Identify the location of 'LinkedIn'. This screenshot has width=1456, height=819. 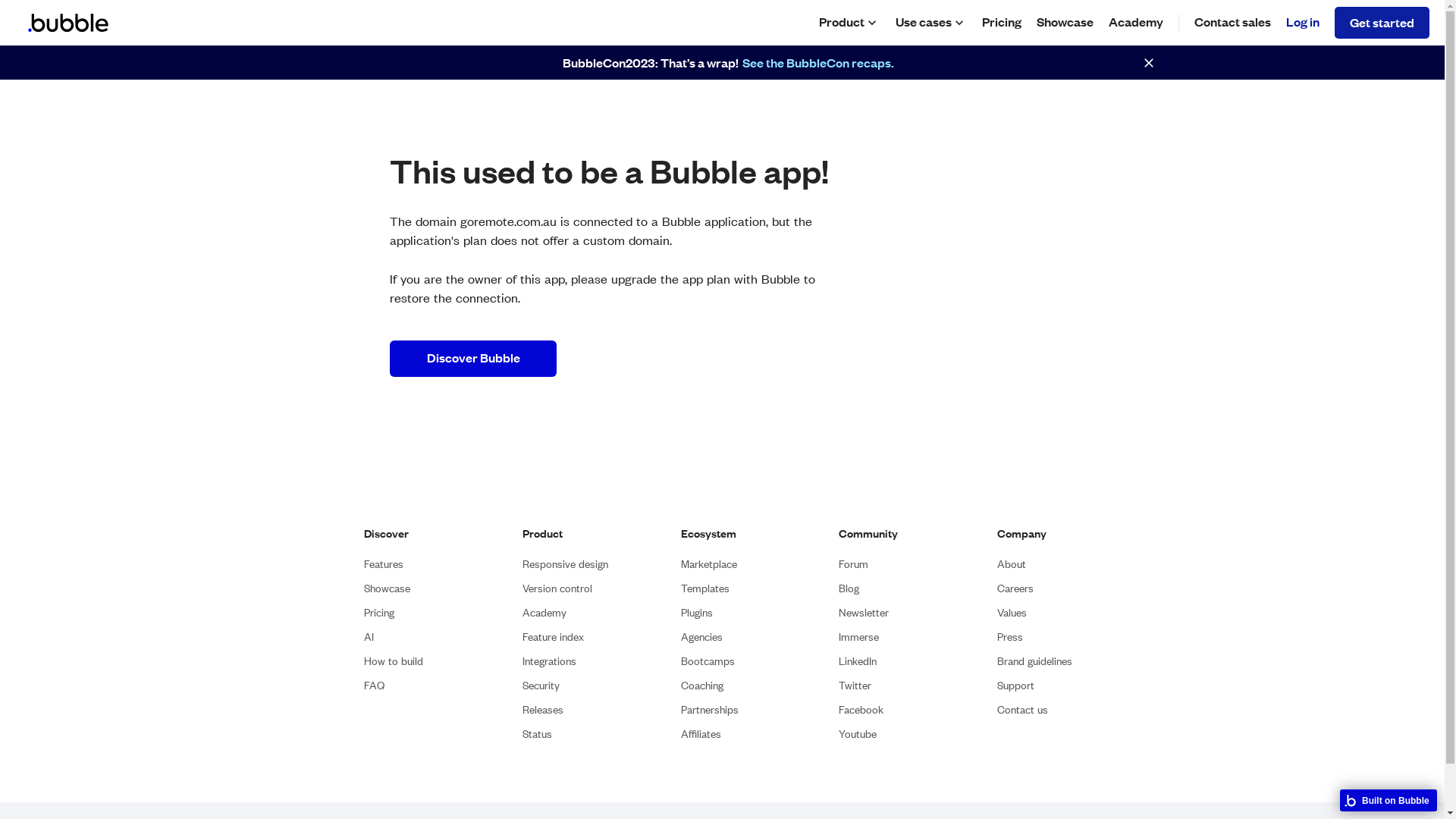
(858, 660).